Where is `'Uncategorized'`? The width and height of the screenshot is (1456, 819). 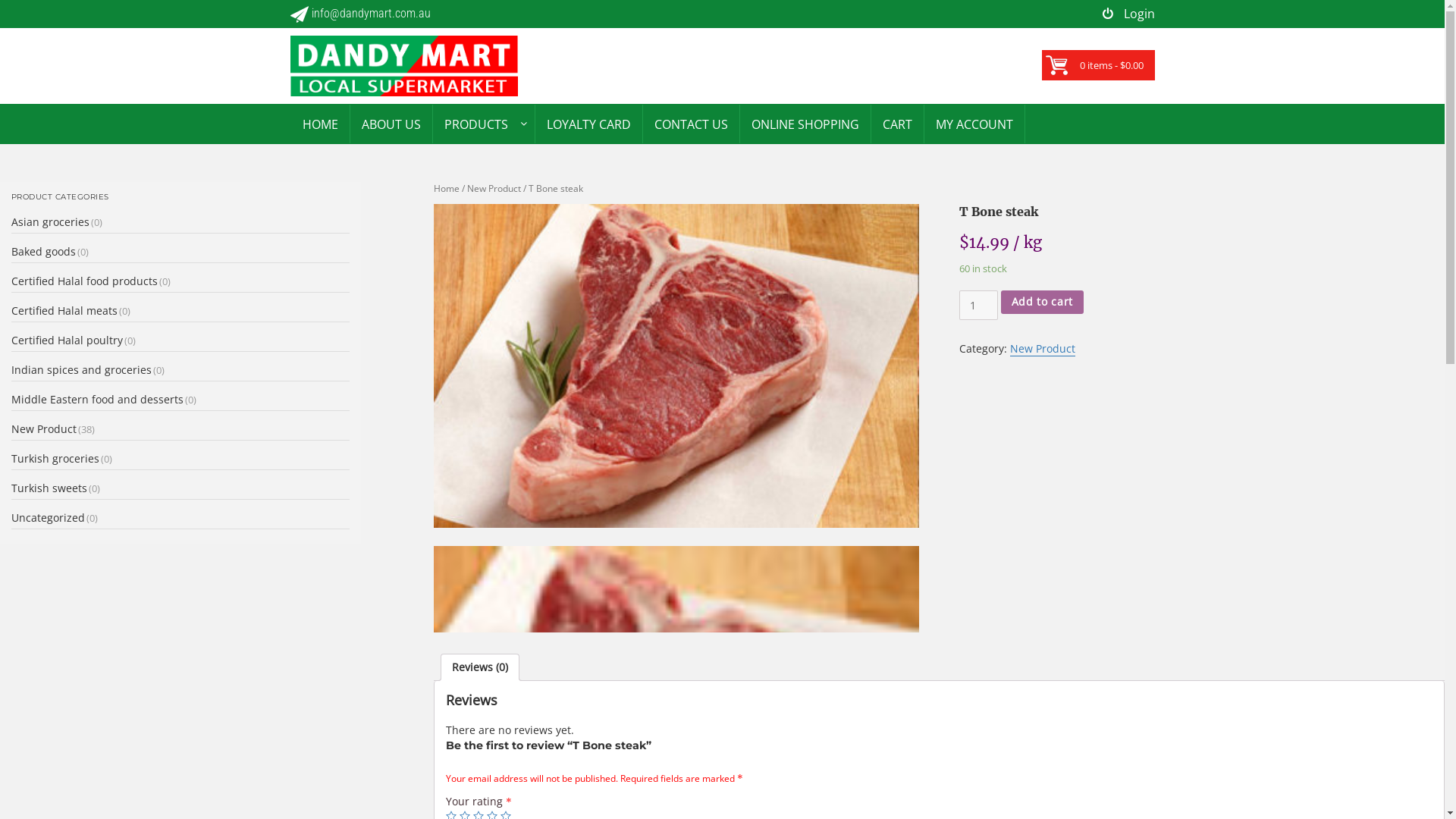 'Uncategorized' is located at coordinates (48, 516).